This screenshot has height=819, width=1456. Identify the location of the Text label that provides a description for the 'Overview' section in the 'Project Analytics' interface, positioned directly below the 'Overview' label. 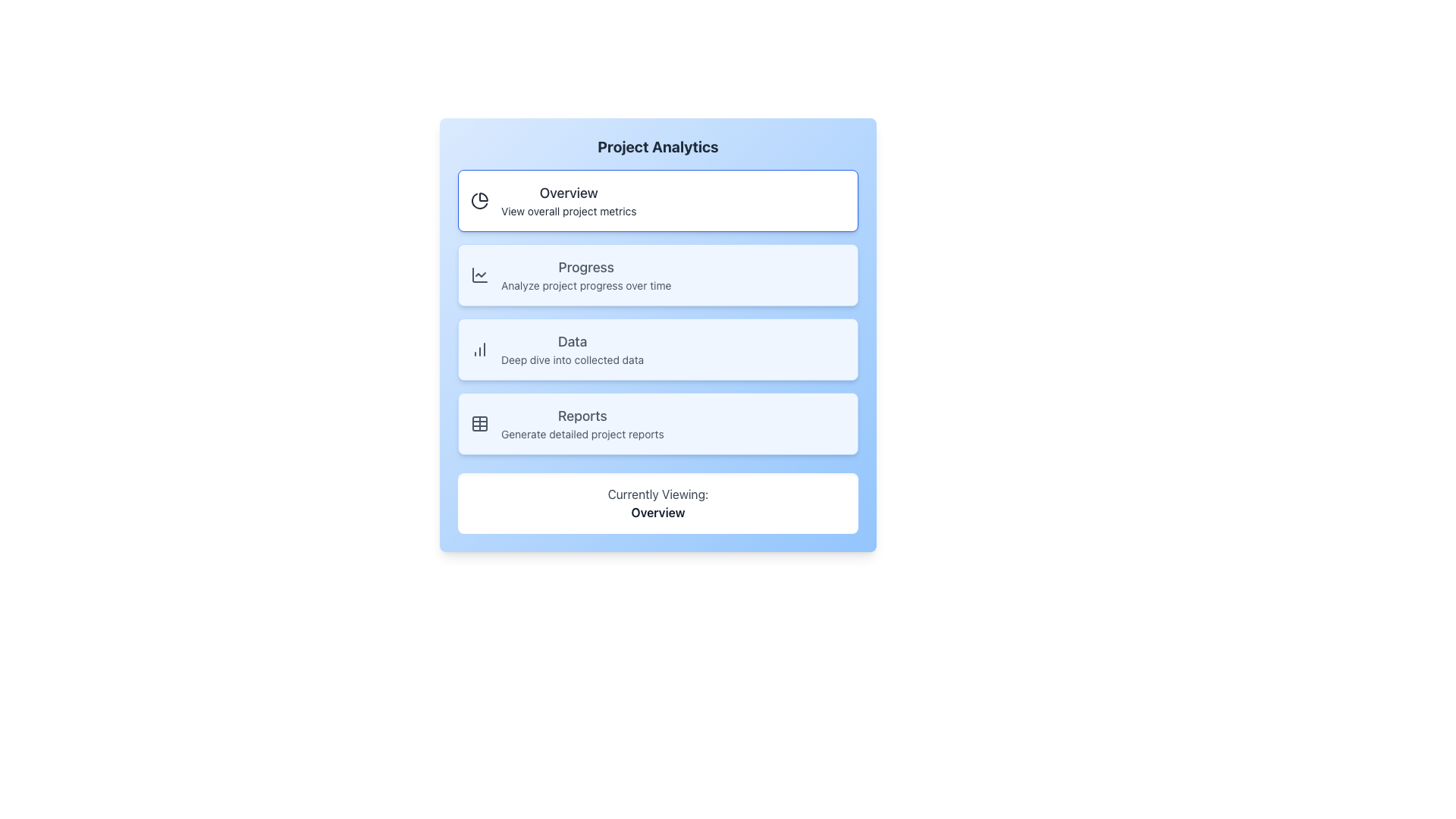
(568, 211).